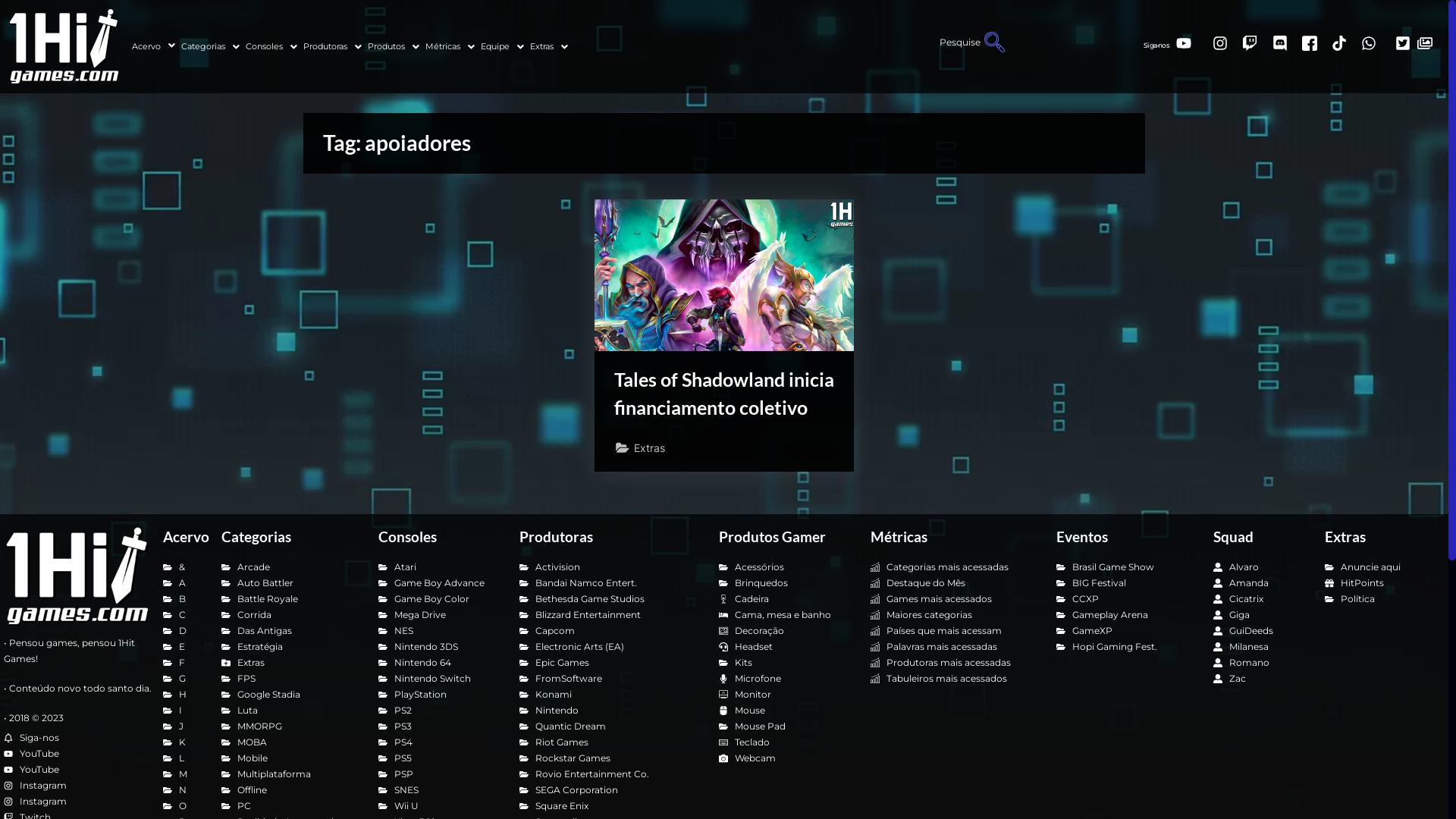 The height and width of the screenshot is (819, 1456). Describe the element at coordinates (184, 805) in the screenshot. I see `'O'` at that location.